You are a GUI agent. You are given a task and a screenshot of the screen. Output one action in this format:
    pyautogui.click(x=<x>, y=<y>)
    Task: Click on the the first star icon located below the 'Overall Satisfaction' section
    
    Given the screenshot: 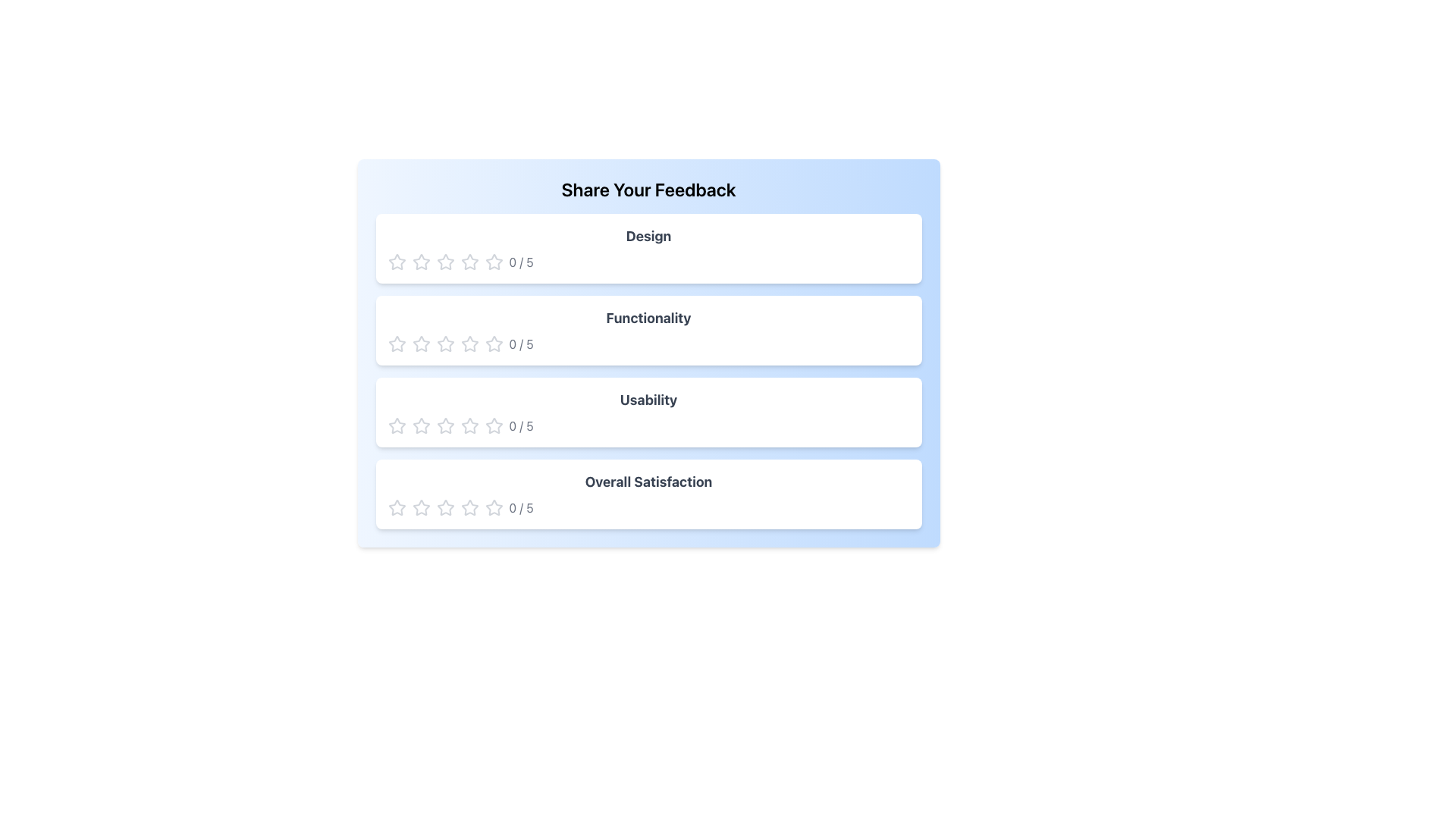 What is the action you would take?
    pyautogui.click(x=421, y=507)
    